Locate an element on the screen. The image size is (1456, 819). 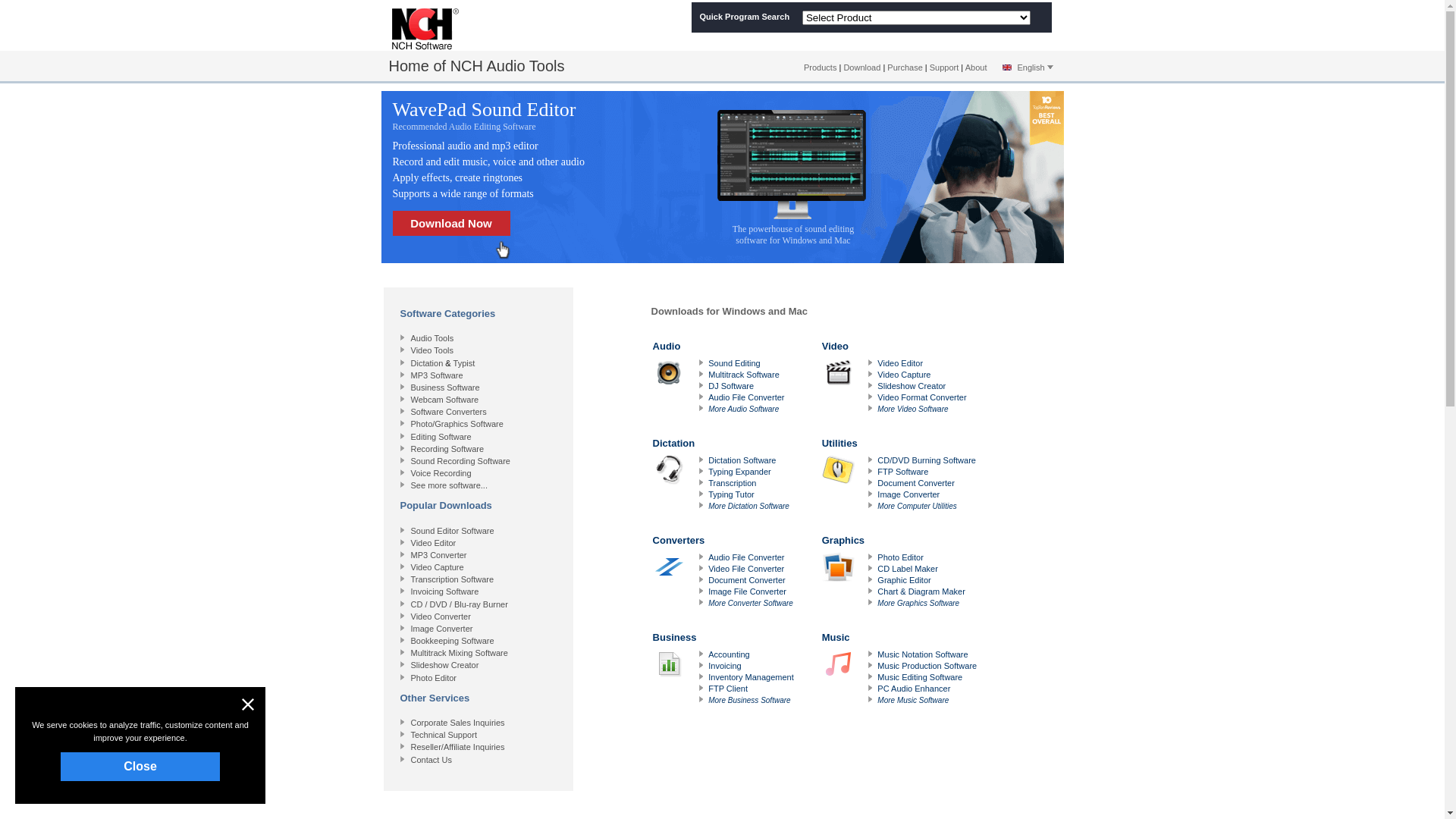
'More Computer Utilities' is located at coordinates (877, 506).